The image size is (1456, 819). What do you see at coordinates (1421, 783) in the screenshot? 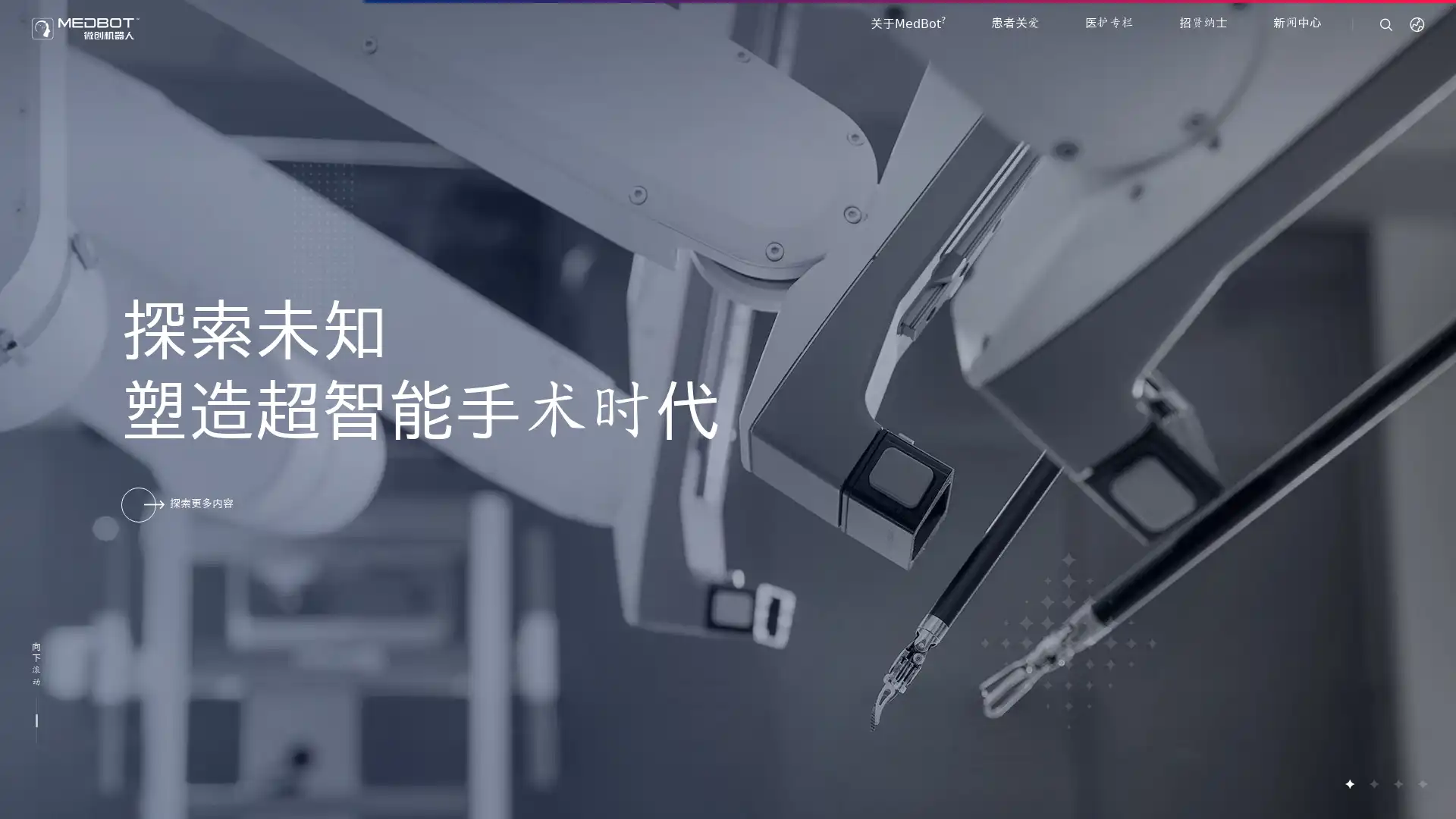
I see `Go to slide 4` at bounding box center [1421, 783].